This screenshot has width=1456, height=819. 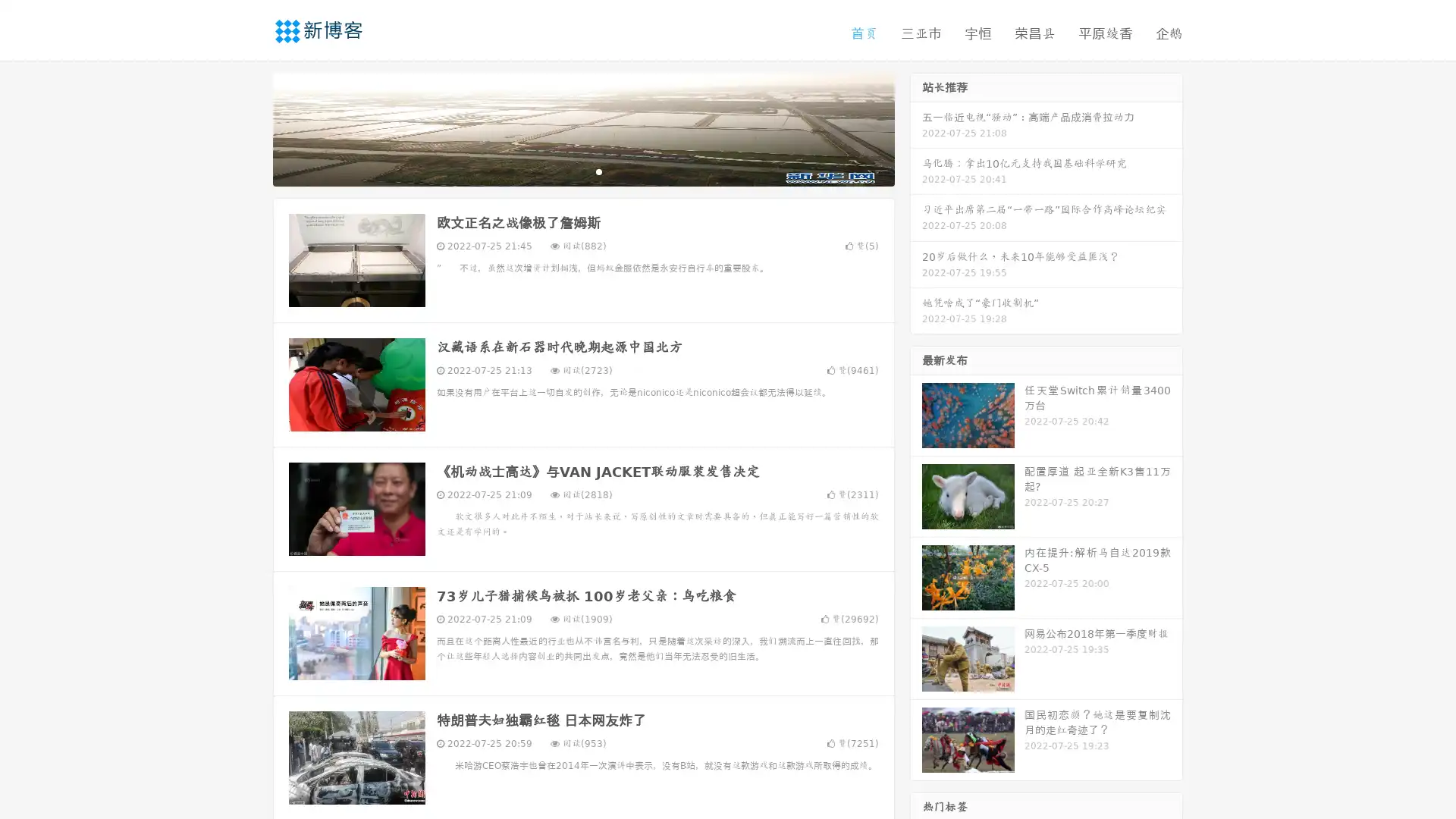 What do you see at coordinates (250, 127) in the screenshot?
I see `Previous slide` at bounding box center [250, 127].